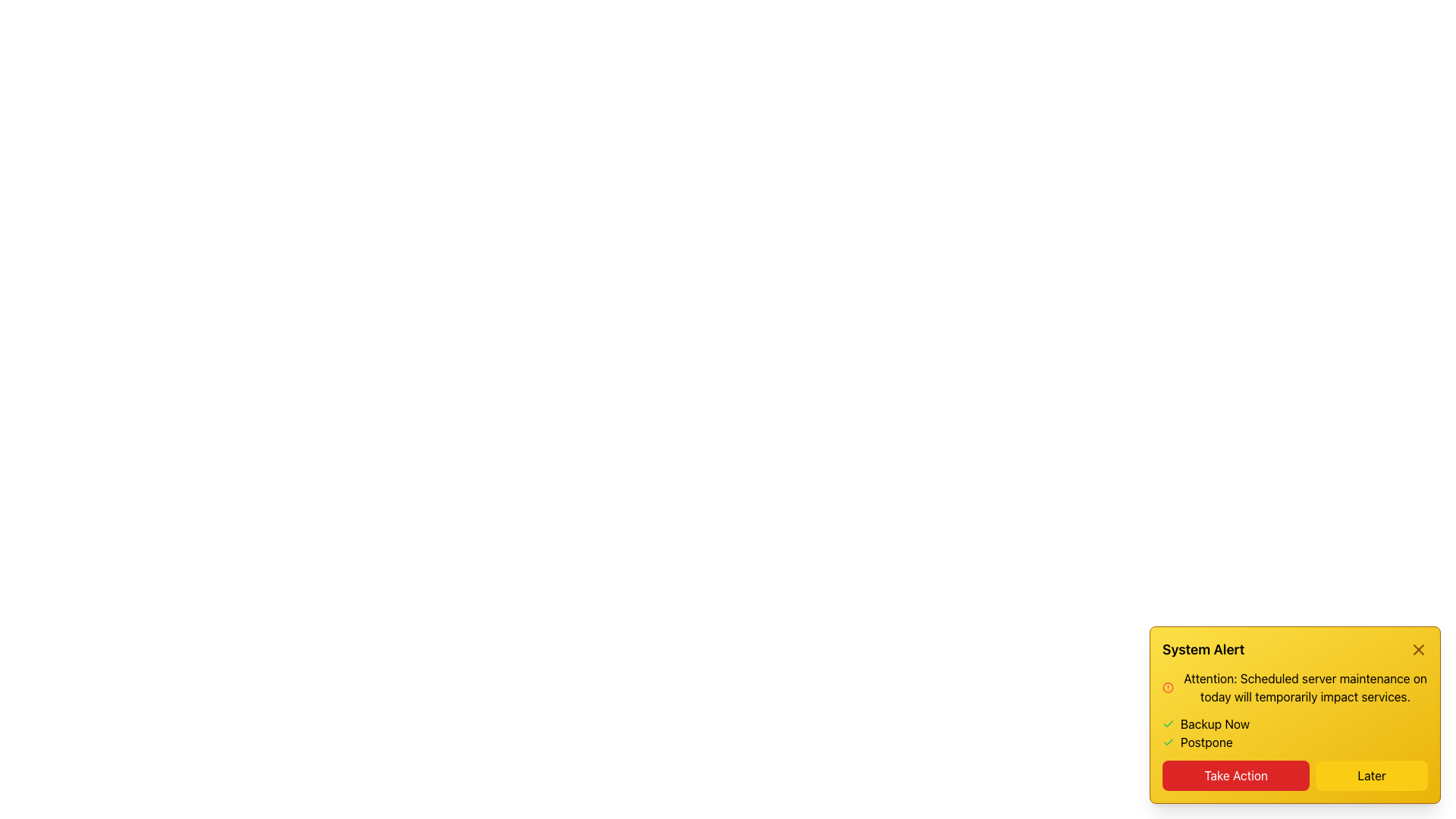  What do you see at coordinates (1167, 687) in the screenshot?
I see `the warning icon located at the leftmost side of the yellow alert box that indicates scheduled server maintenance` at bounding box center [1167, 687].